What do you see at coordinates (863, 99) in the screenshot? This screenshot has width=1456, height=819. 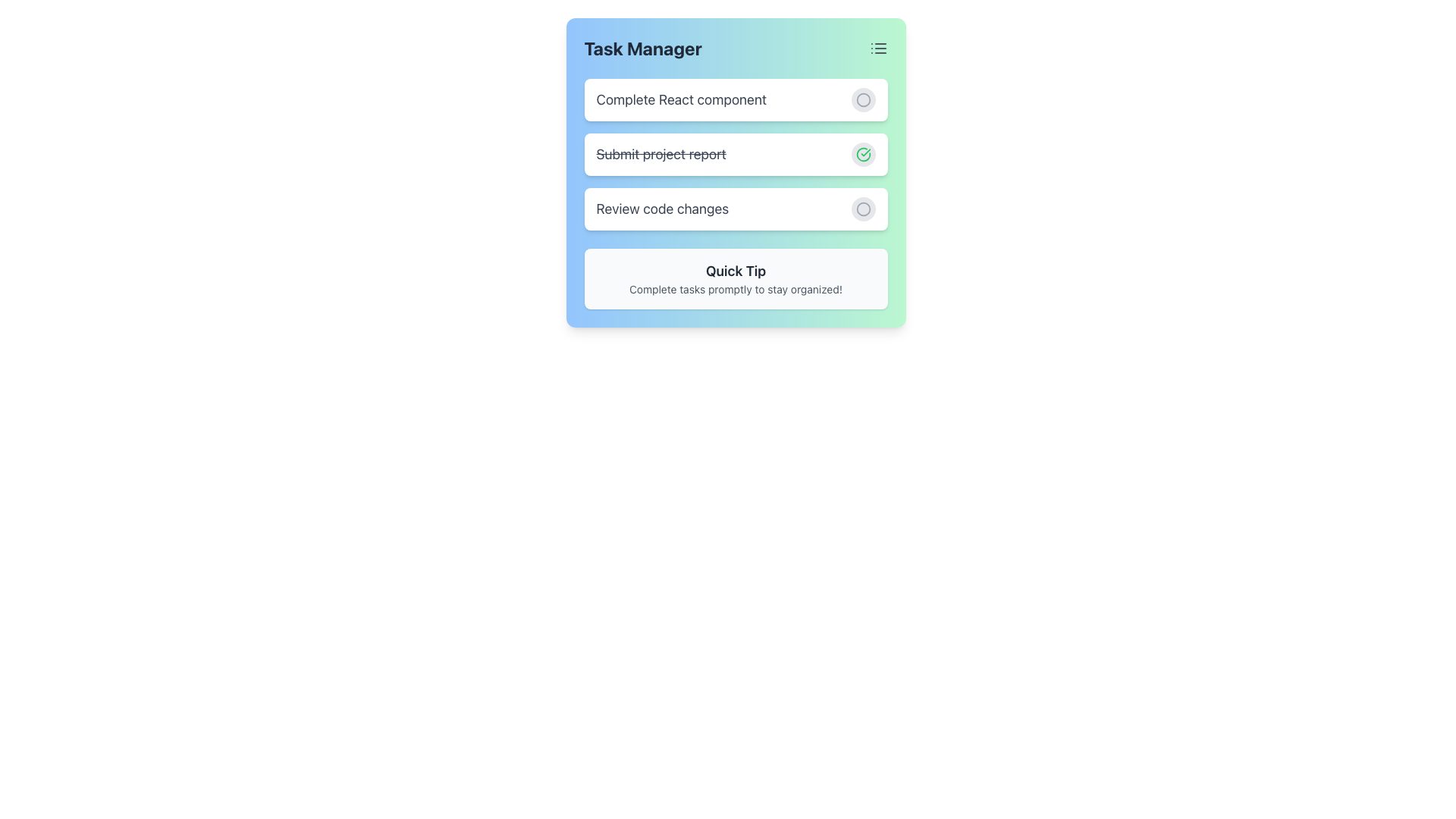 I see `the circular button with a light gray background and unfilled circle icon` at bounding box center [863, 99].